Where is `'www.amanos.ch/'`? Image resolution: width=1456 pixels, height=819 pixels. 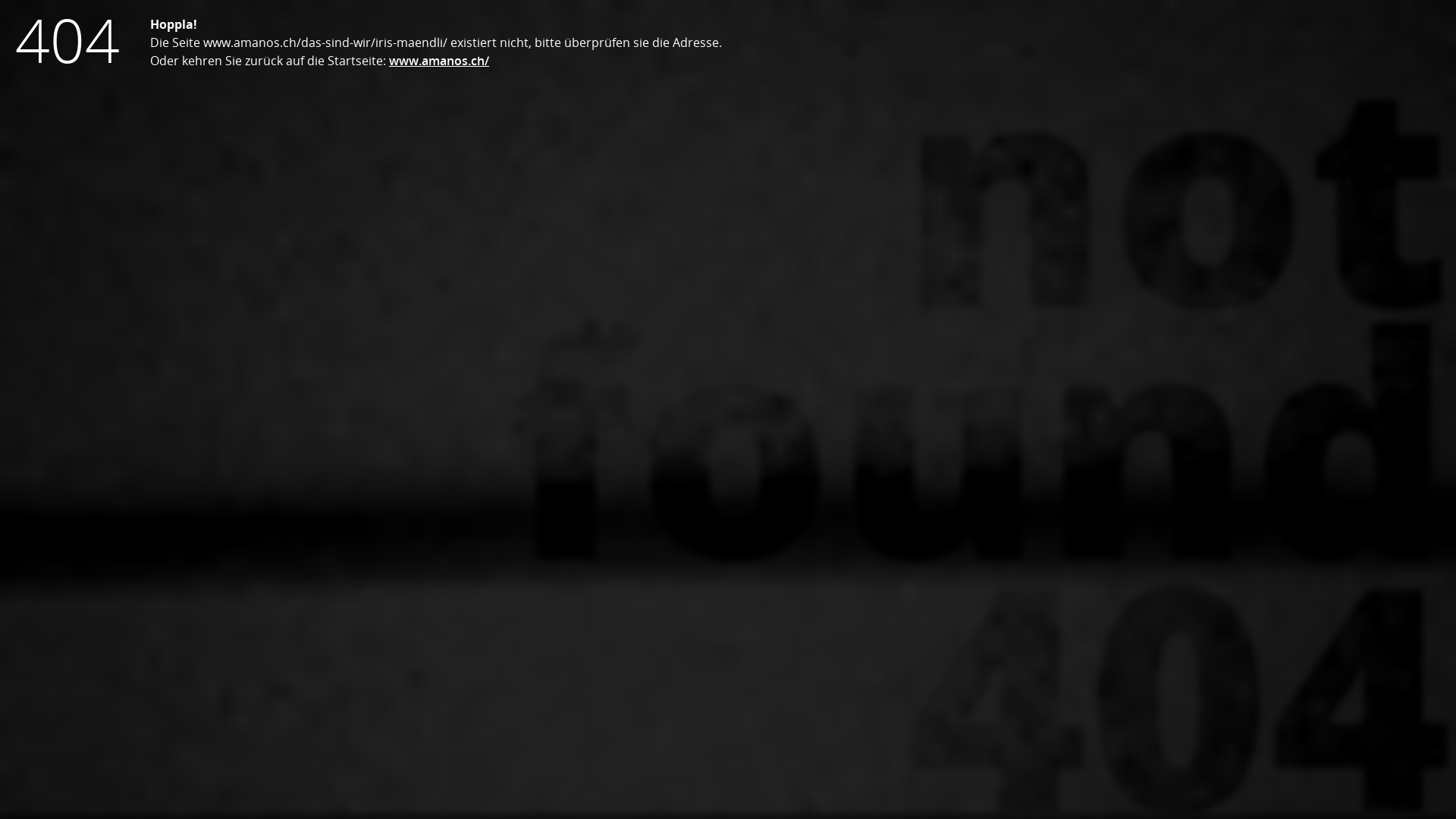
'www.amanos.ch/' is located at coordinates (438, 60).